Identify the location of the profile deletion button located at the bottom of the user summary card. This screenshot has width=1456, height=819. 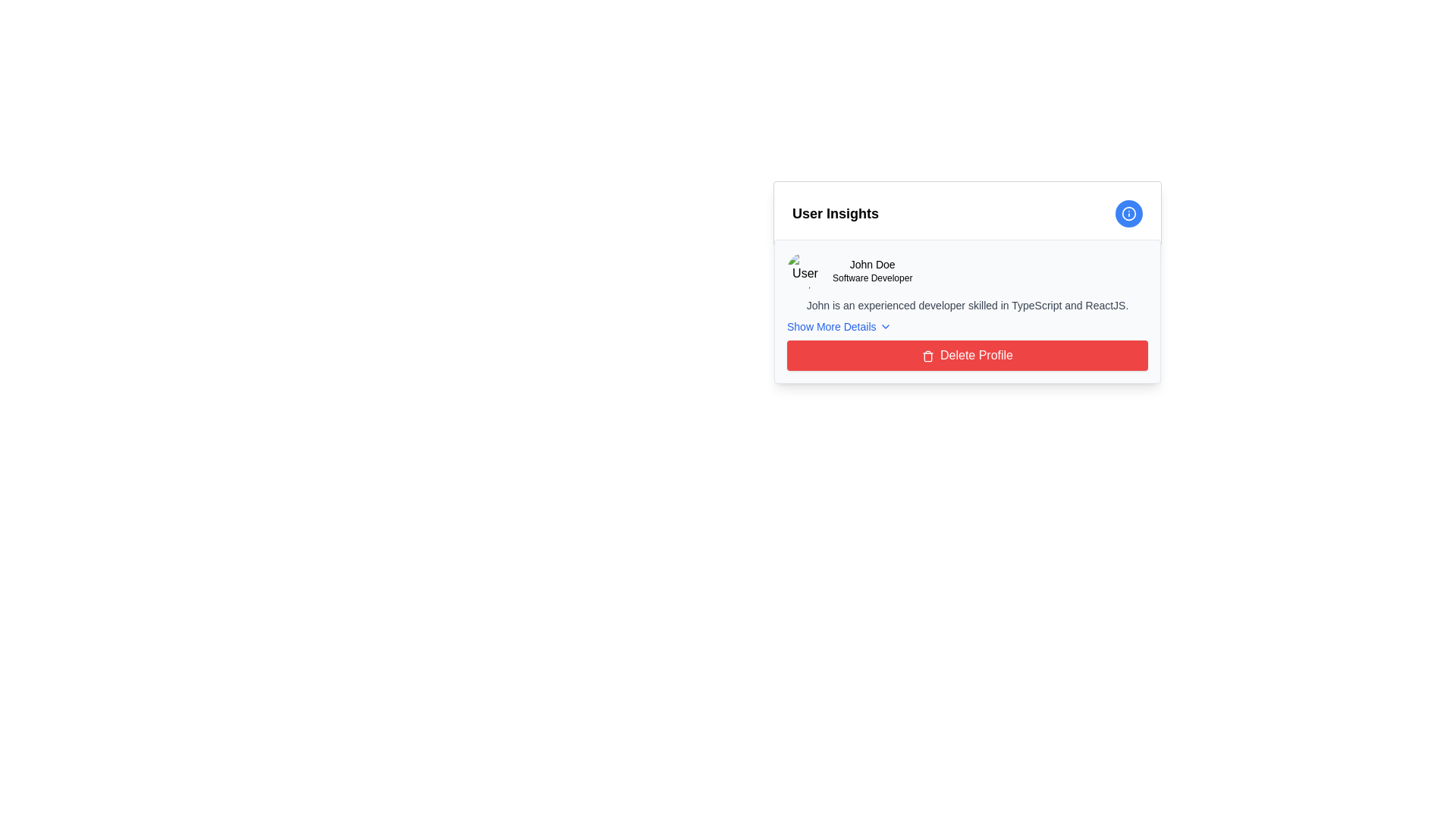
(967, 356).